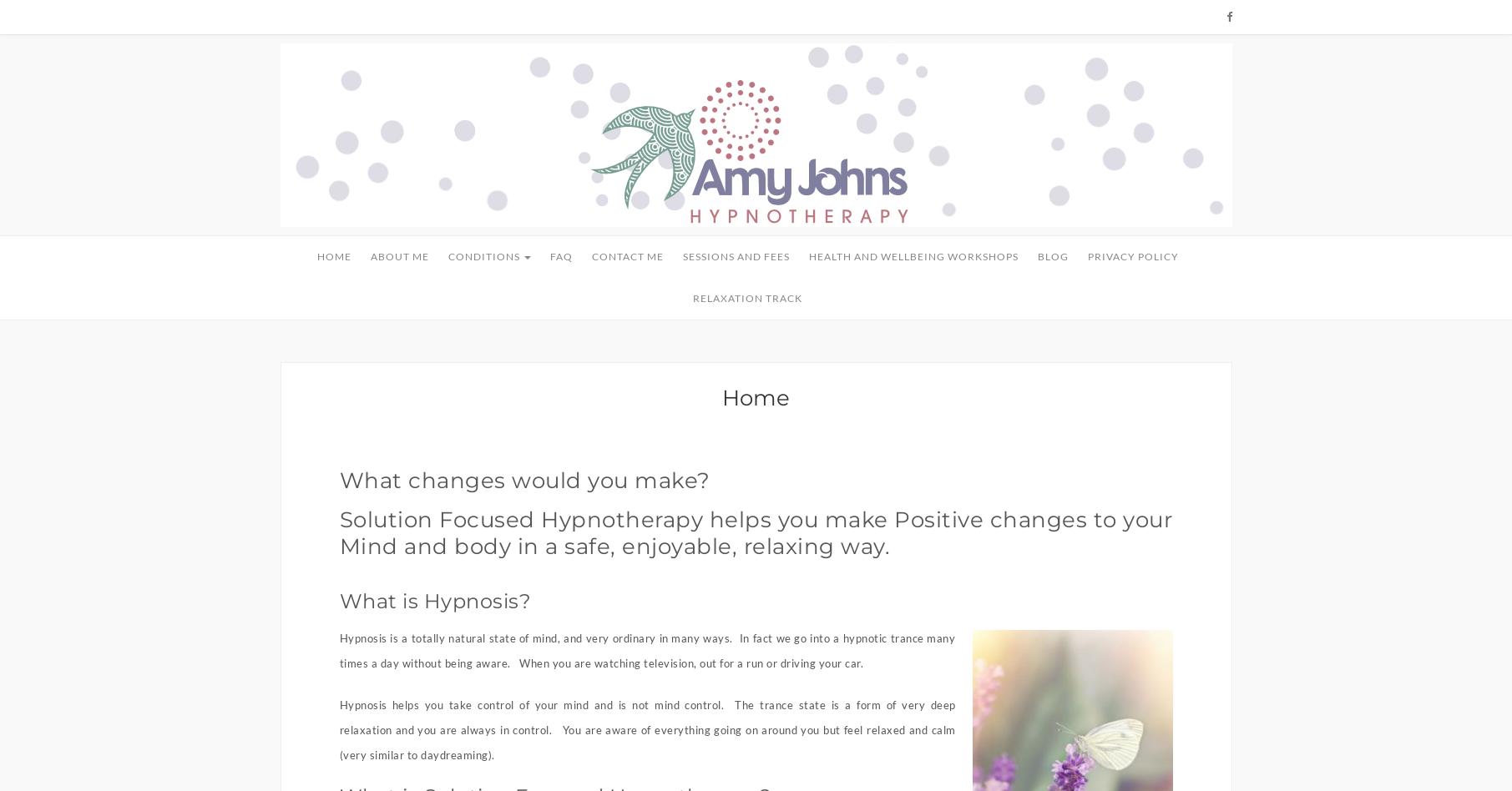  Describe the element at coordinates (483, 644) in the screenshot. I see `'Smoking'` at that location.